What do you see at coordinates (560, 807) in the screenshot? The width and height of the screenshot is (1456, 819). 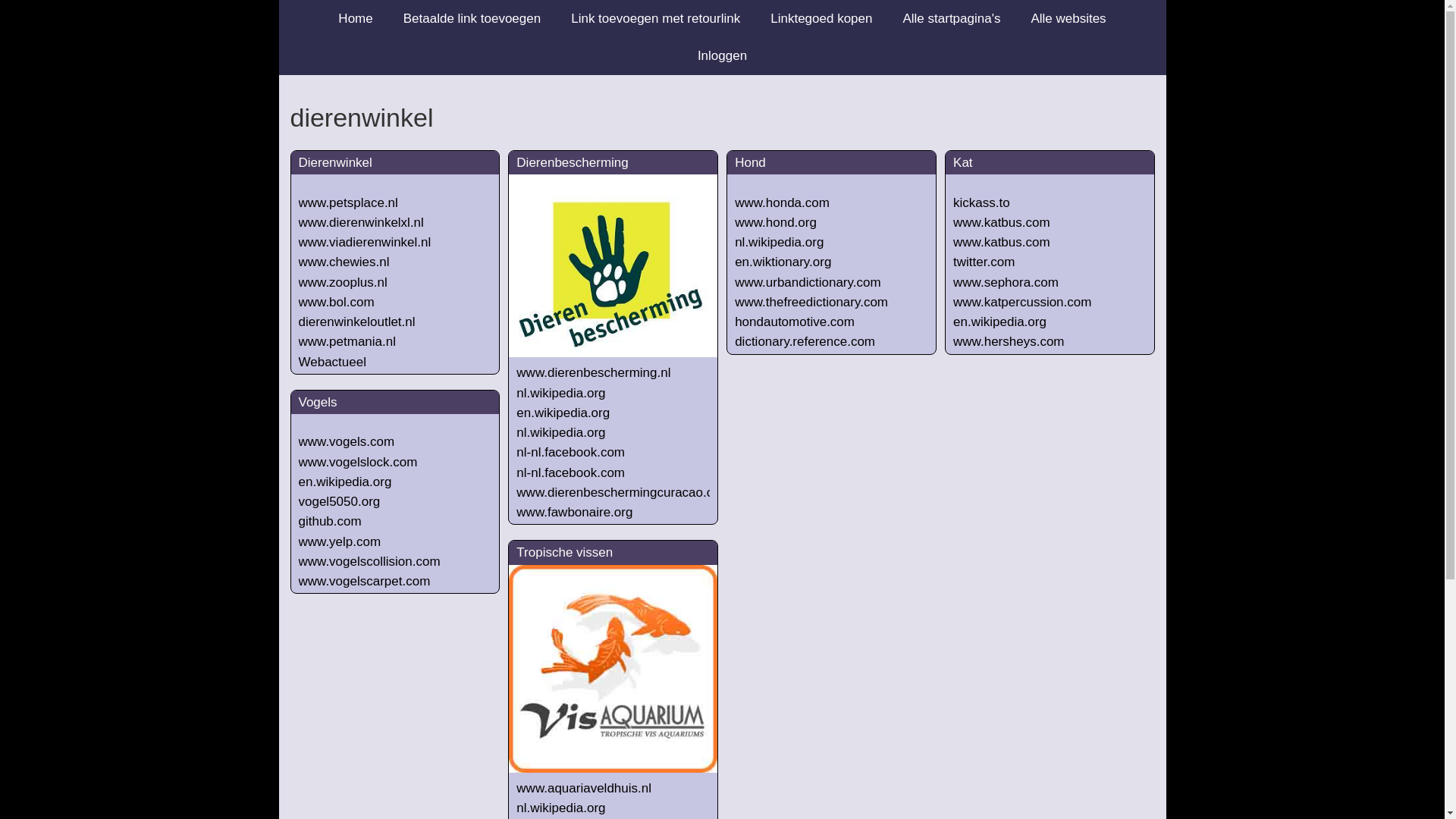 I see `'nl.wikipedia.org'` at bounding box center [560, 807].